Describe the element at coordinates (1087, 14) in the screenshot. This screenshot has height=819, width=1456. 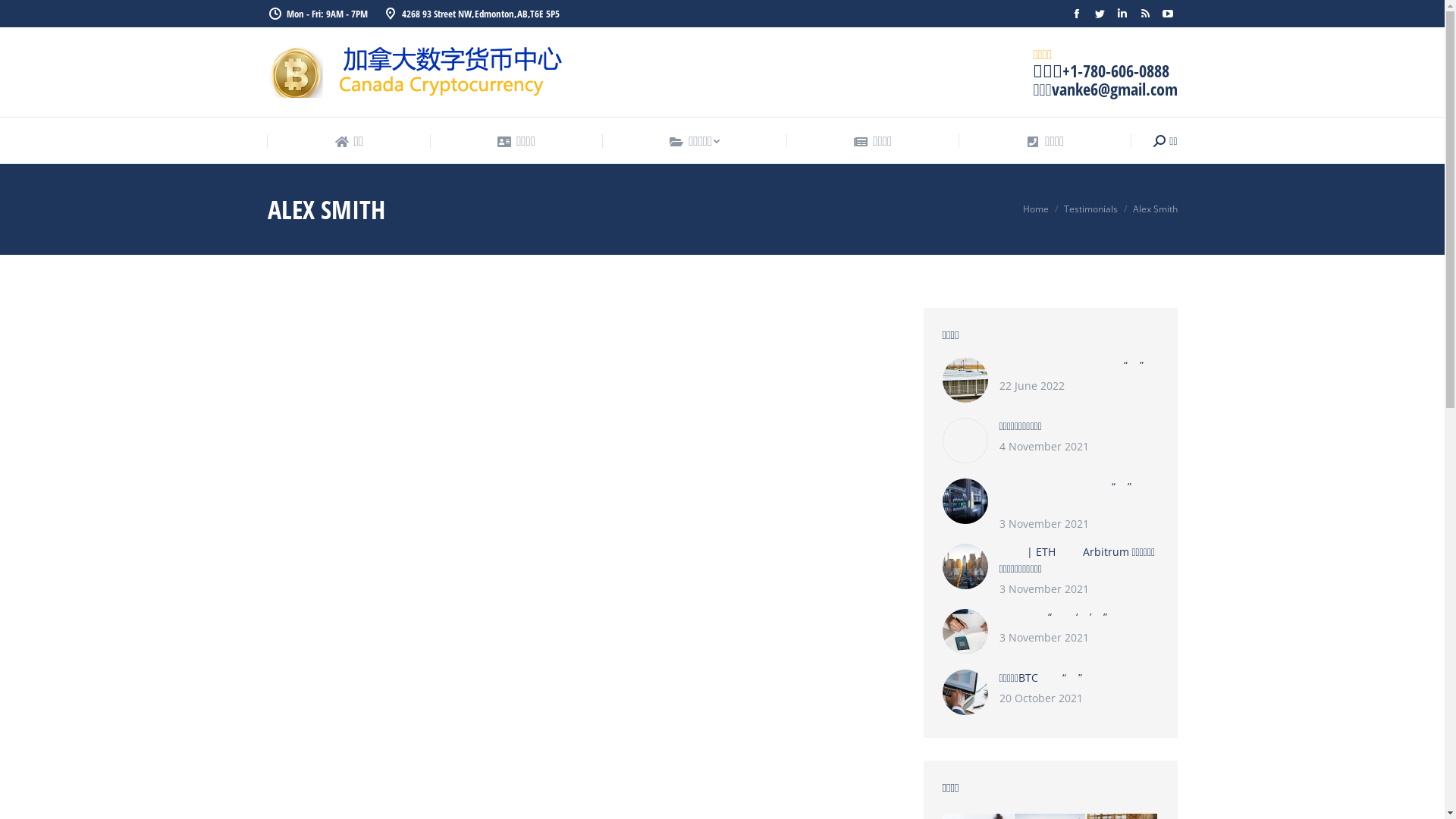
I see `'Twitter page opens in new window'` at that location.